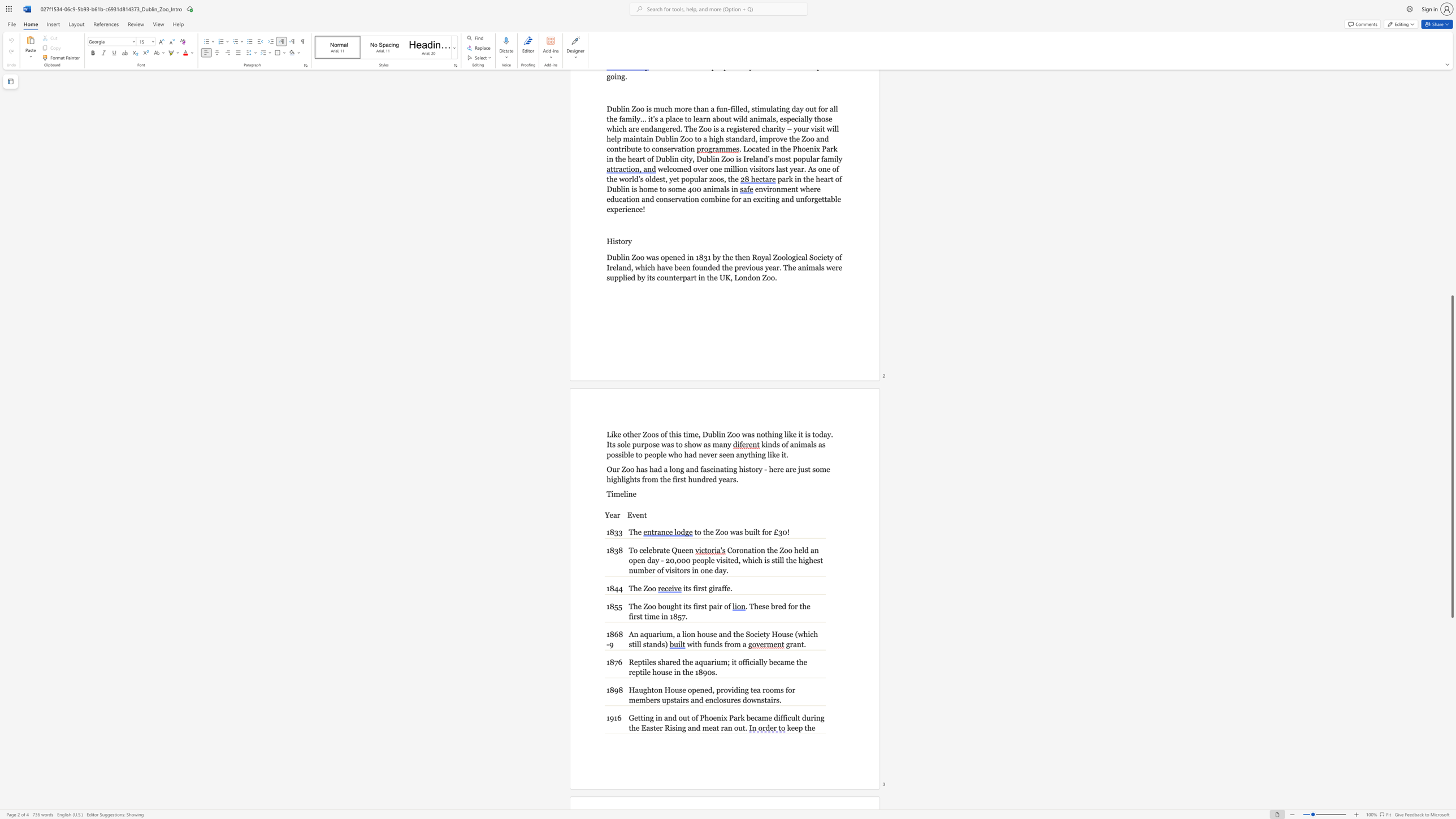  I want to click on the subset text "and the Society H" within the text "and the Society House (which still stands)", so click(718, 634).